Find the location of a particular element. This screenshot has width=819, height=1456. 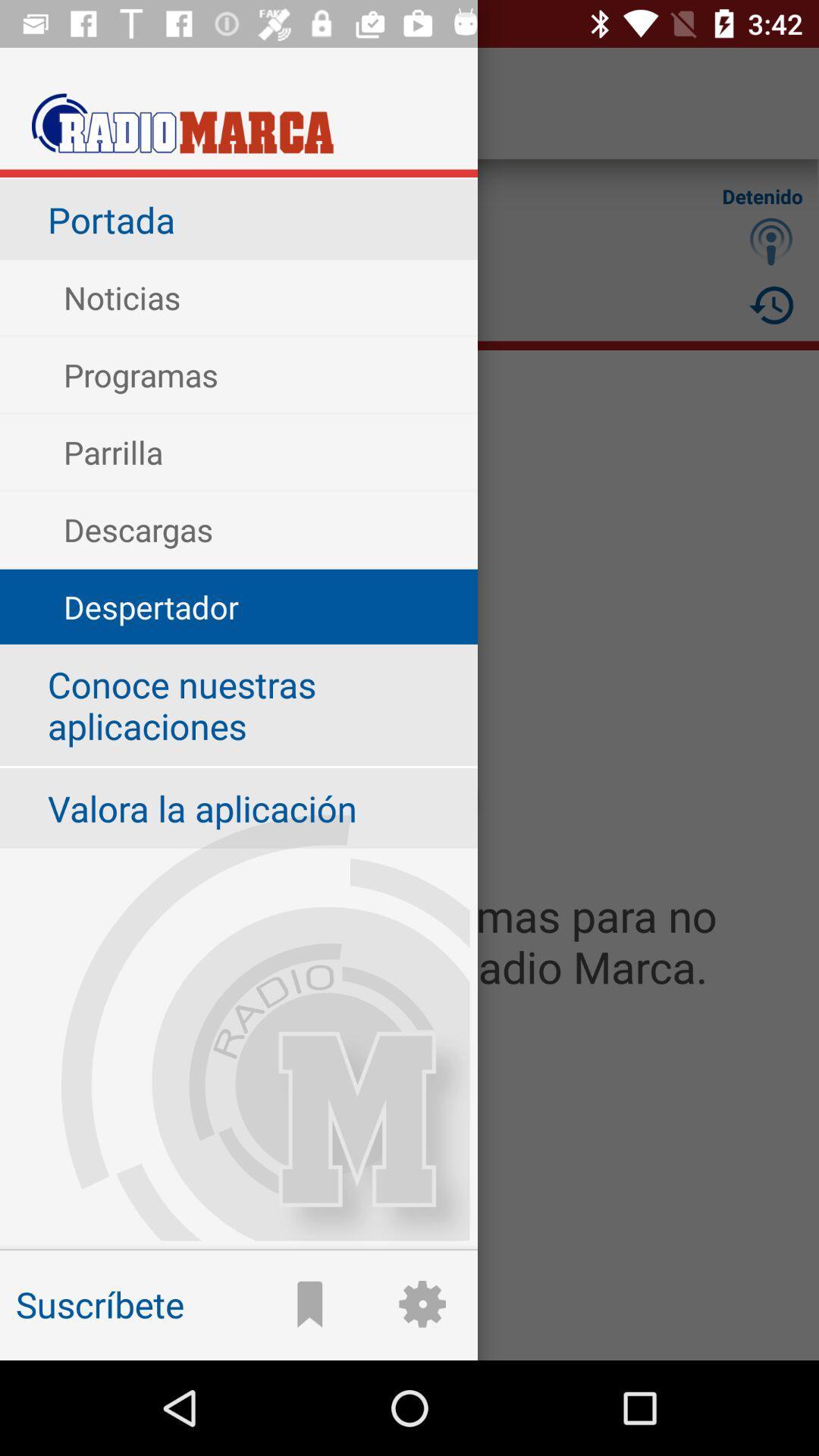

the settings icon is located at coordinates (409, 1272).